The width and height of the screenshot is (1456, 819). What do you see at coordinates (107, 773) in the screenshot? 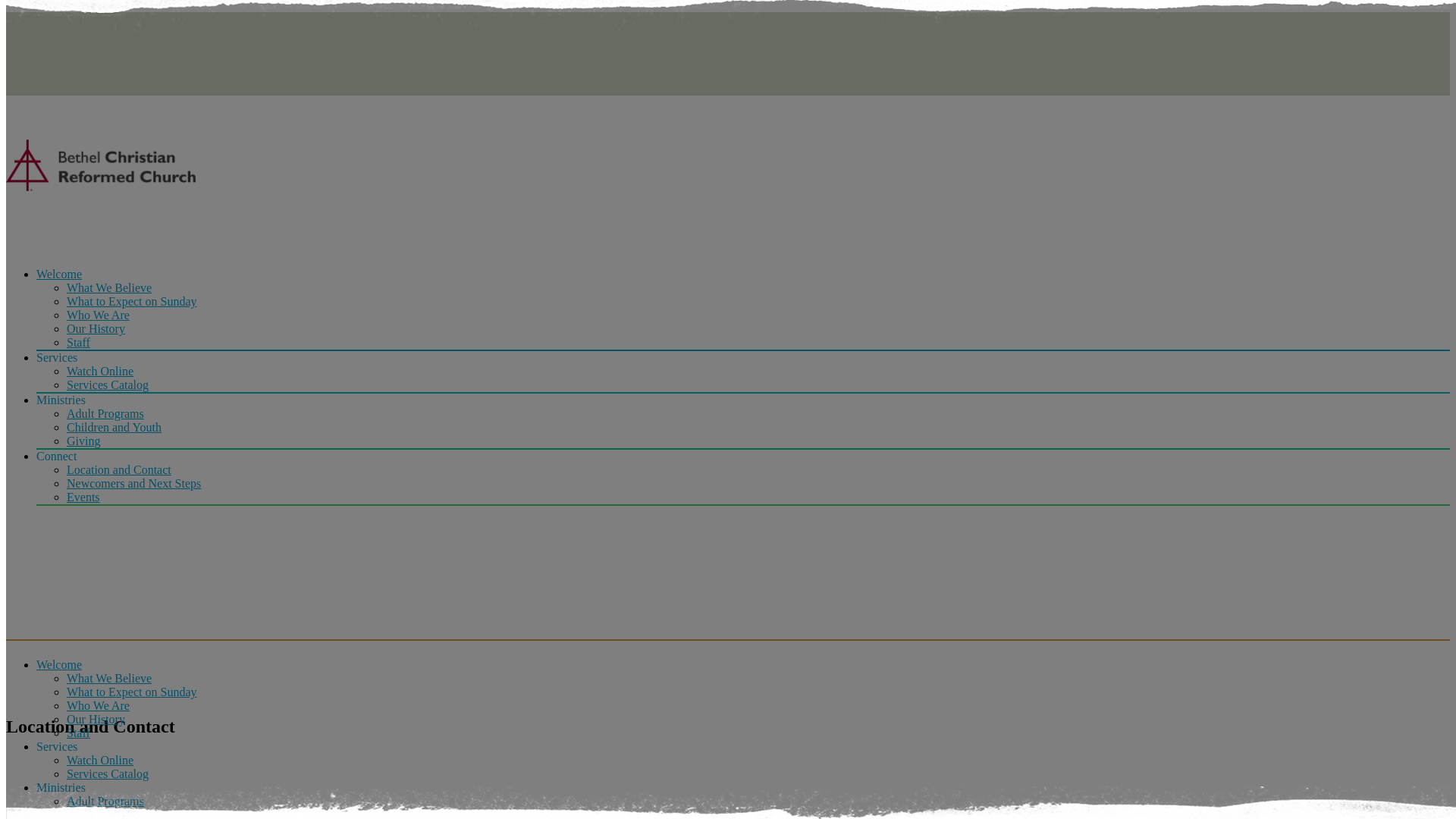
I see `'Services Catalog'` at bounding box center [107, 773].